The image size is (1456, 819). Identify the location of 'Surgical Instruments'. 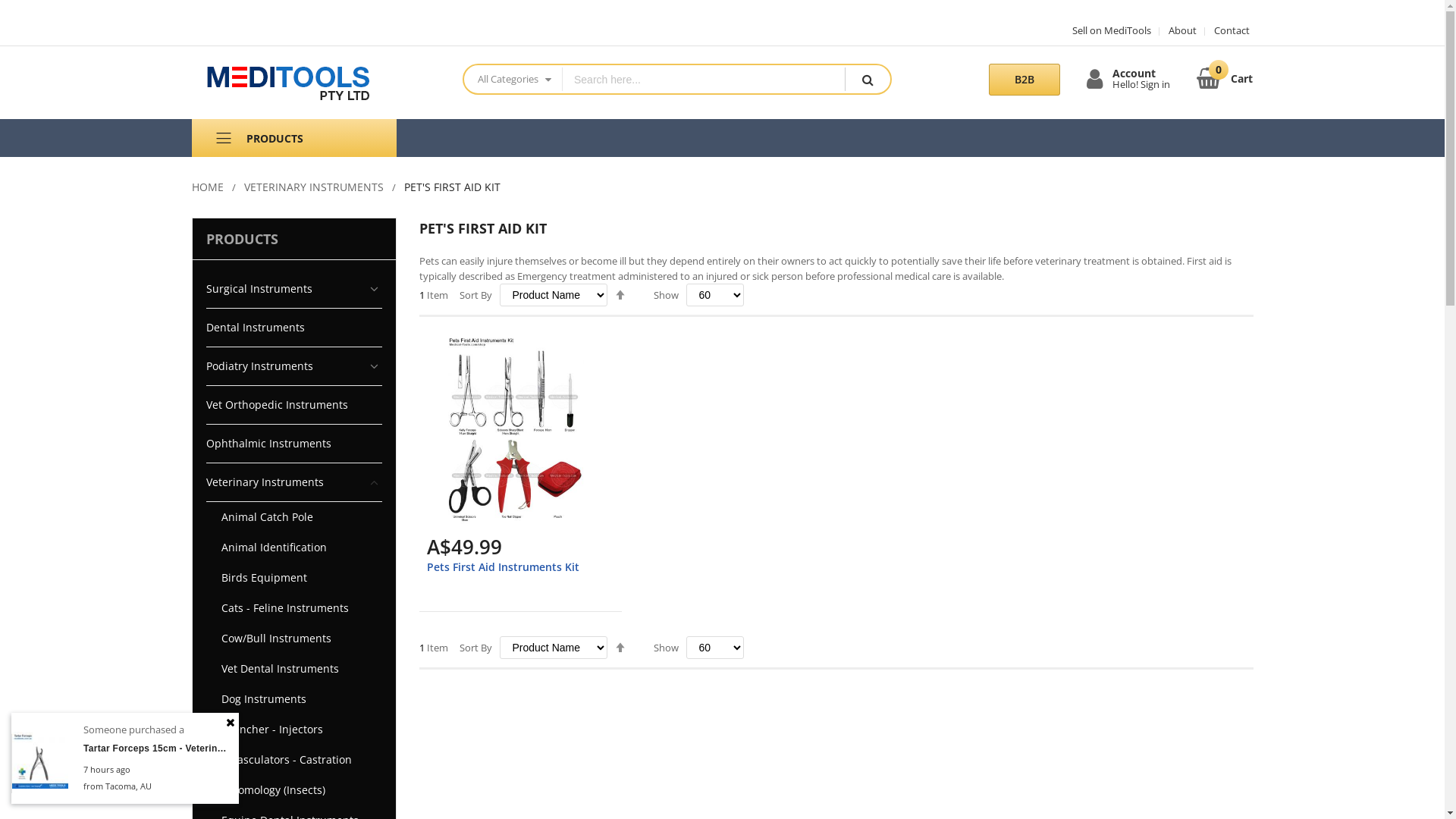
(294, 289).